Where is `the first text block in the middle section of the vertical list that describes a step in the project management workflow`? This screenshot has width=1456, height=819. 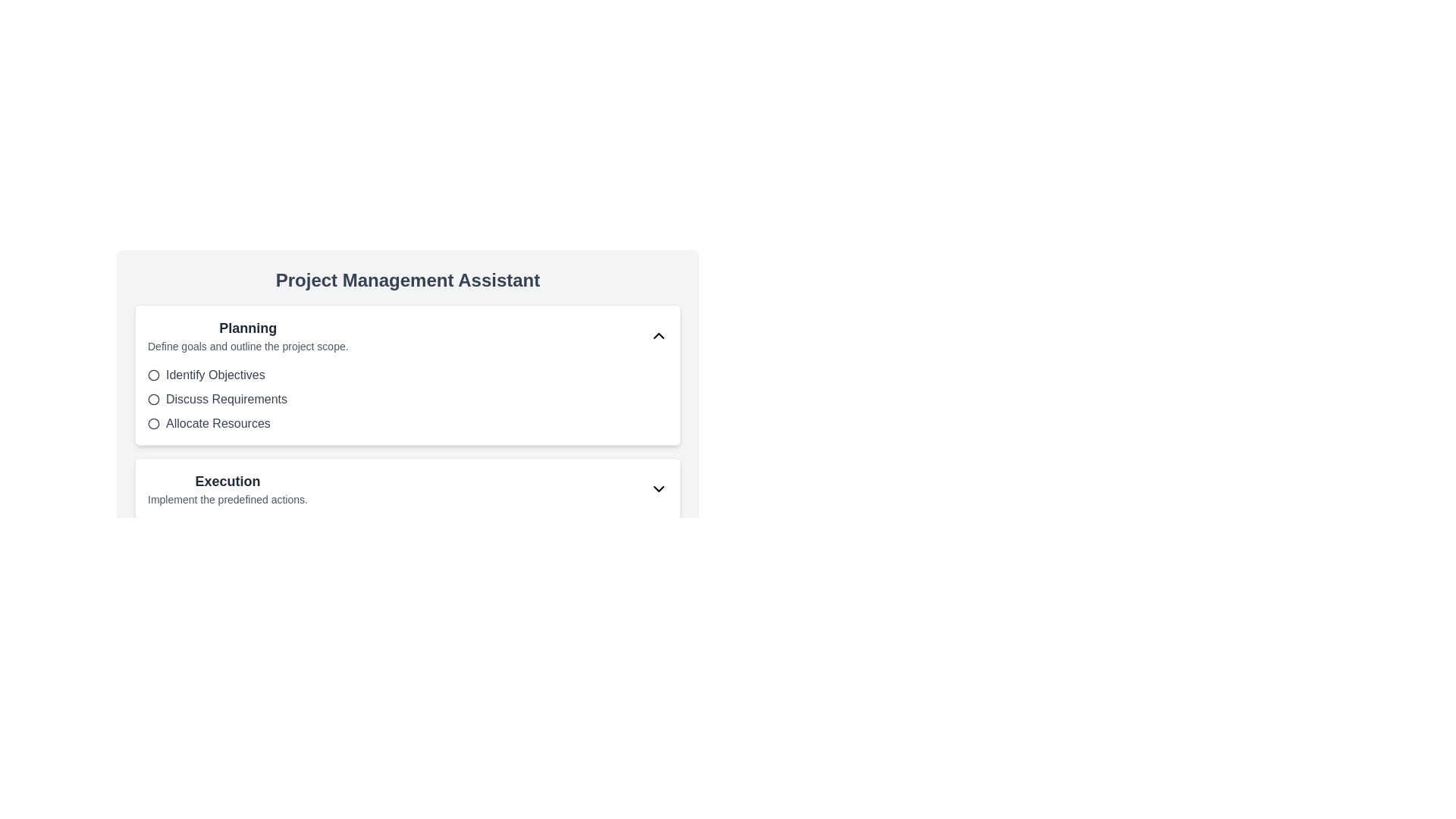 the first text block in the middle section of the vertical list that describes a step in the project management workflow is located at coordinates (248, 335).